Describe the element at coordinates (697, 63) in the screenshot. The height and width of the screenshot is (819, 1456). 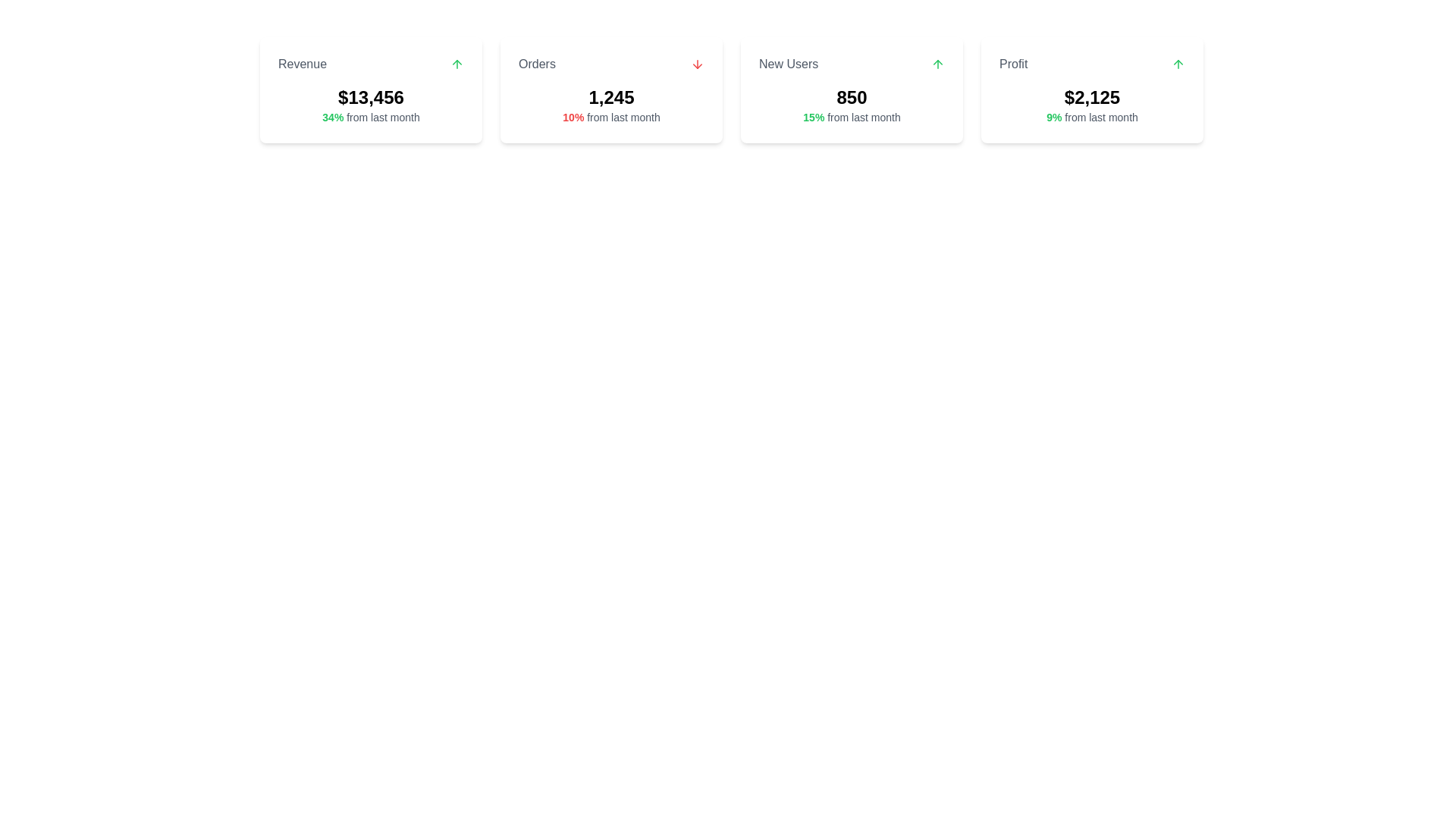
I see `the downward arrow icon located to the right of the 'Orders' text label within the card component in the 'Orders' section` at that location.